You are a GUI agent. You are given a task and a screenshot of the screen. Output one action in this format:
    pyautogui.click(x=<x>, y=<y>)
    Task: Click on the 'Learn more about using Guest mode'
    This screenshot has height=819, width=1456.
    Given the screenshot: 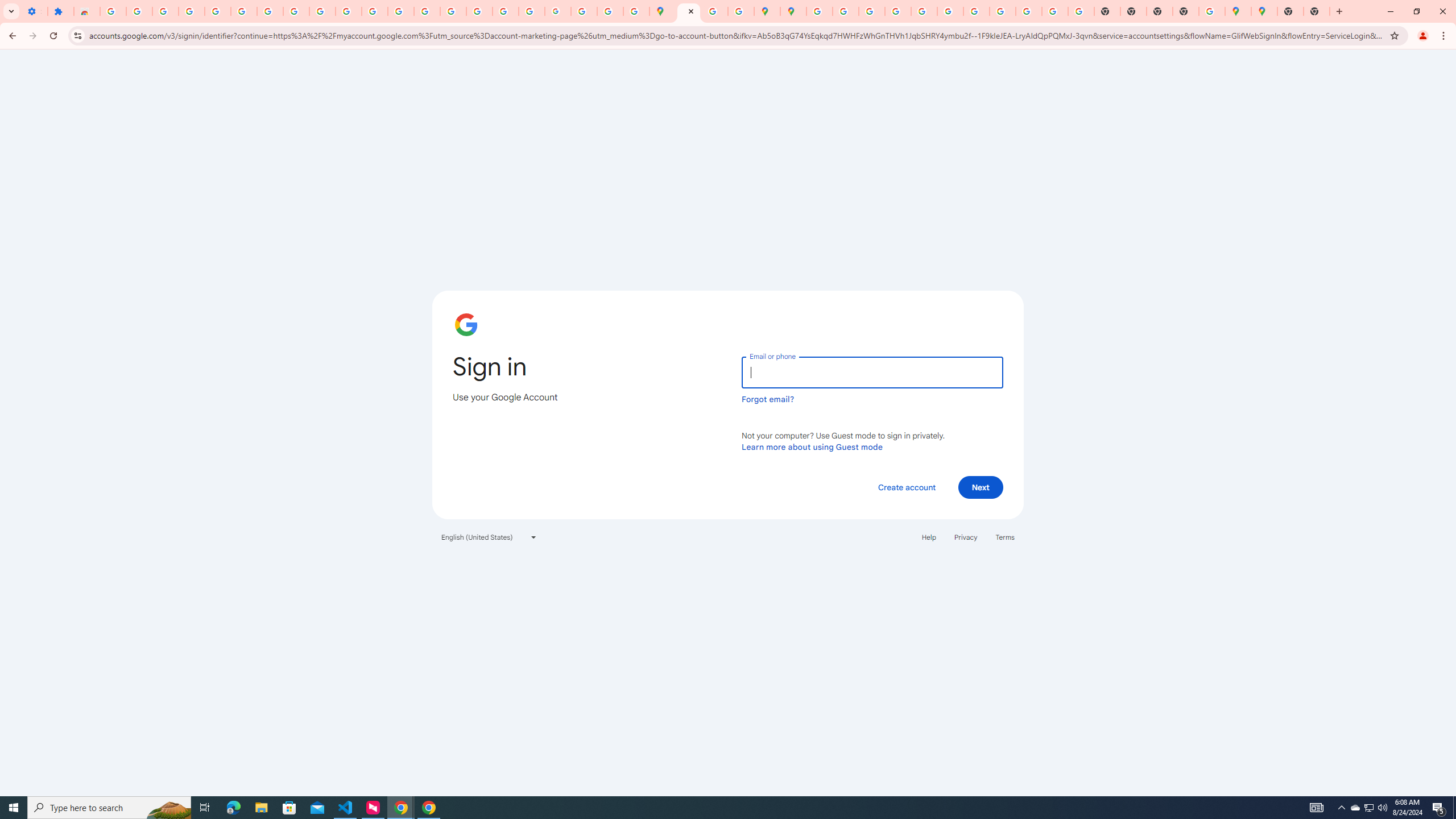 What is the action you would take?
    pyautogui.click(x=812, y=446)
    